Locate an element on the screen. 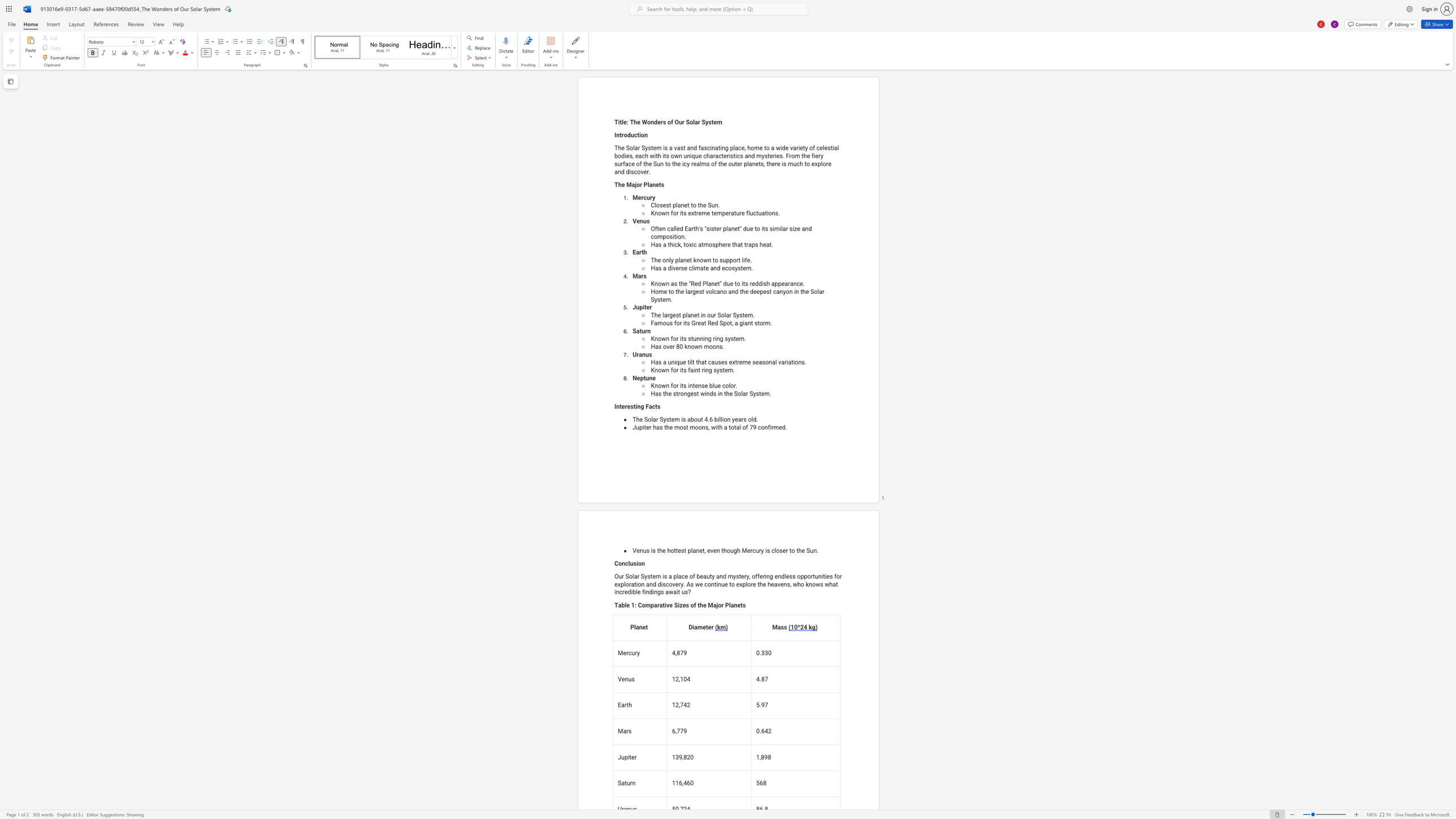  the subset text "the strongest winds in the Solar" within the text "Has the strongest winds in the Solar System." is located at coordinates (662, 393).